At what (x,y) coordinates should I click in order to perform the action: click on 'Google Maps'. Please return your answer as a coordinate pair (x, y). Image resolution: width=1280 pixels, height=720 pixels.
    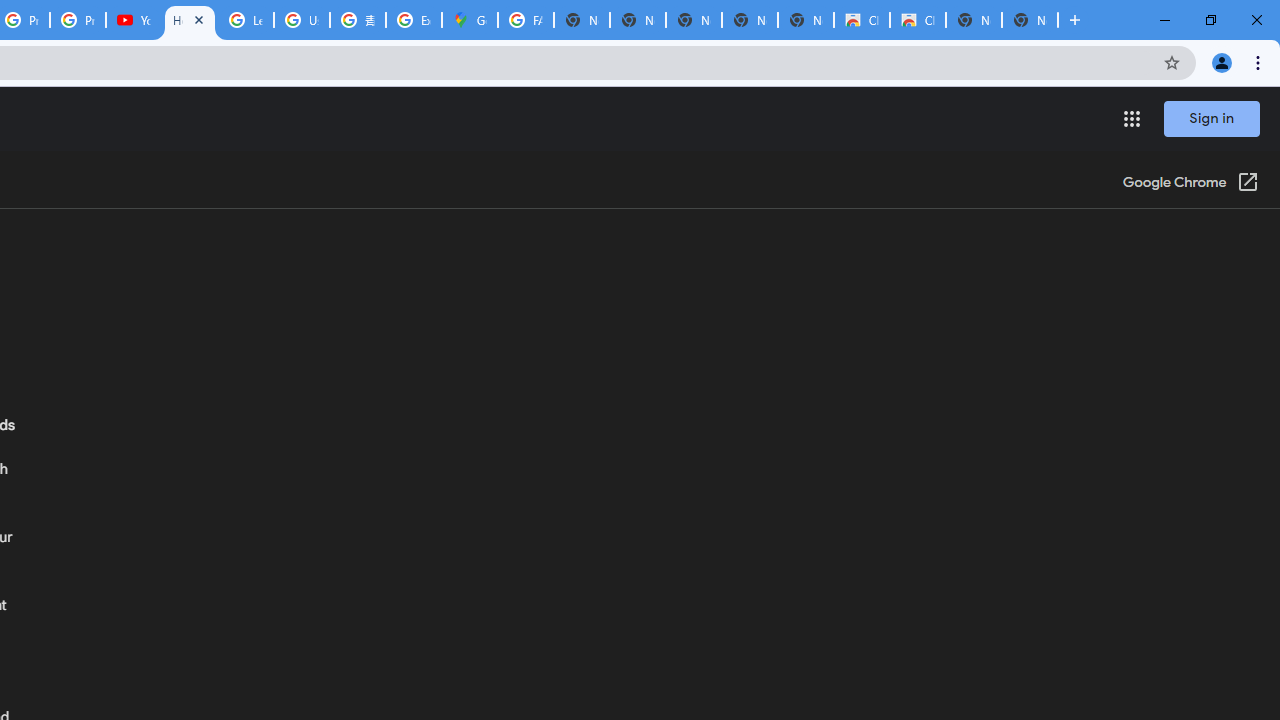
    Looking at the image, I should click on (468, 20).